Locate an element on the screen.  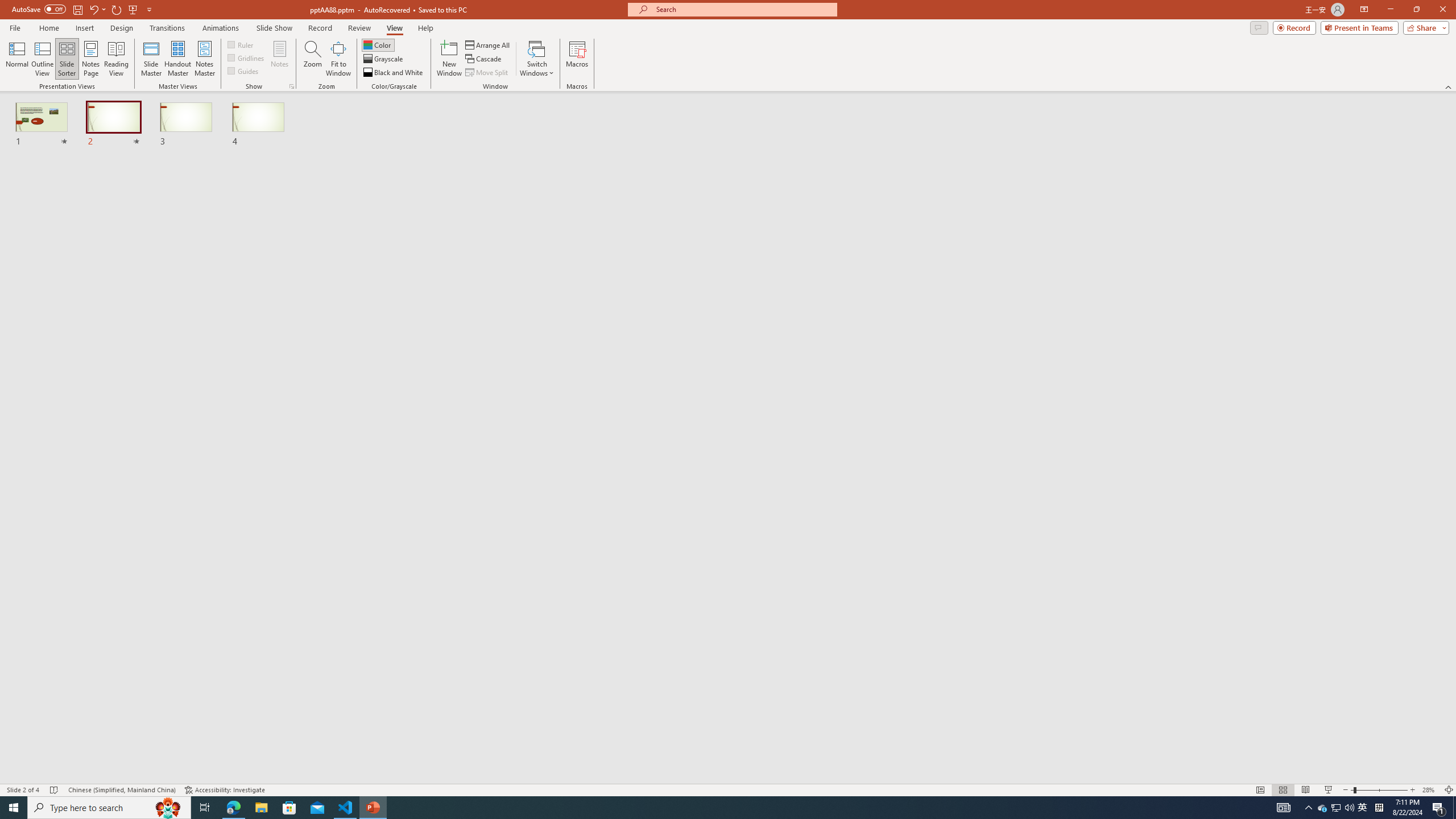
'Black and White' is located at coordinates (394, 72).